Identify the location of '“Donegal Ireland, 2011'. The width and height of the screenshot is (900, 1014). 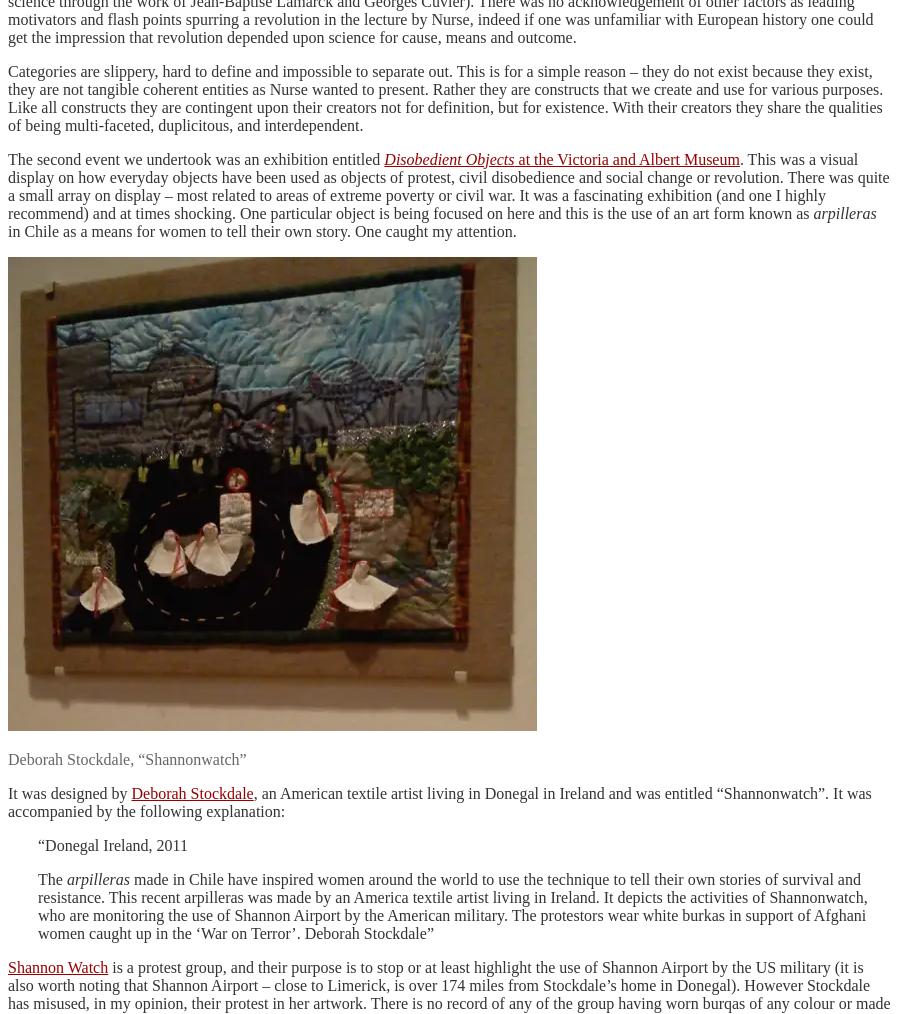
(113, 844).